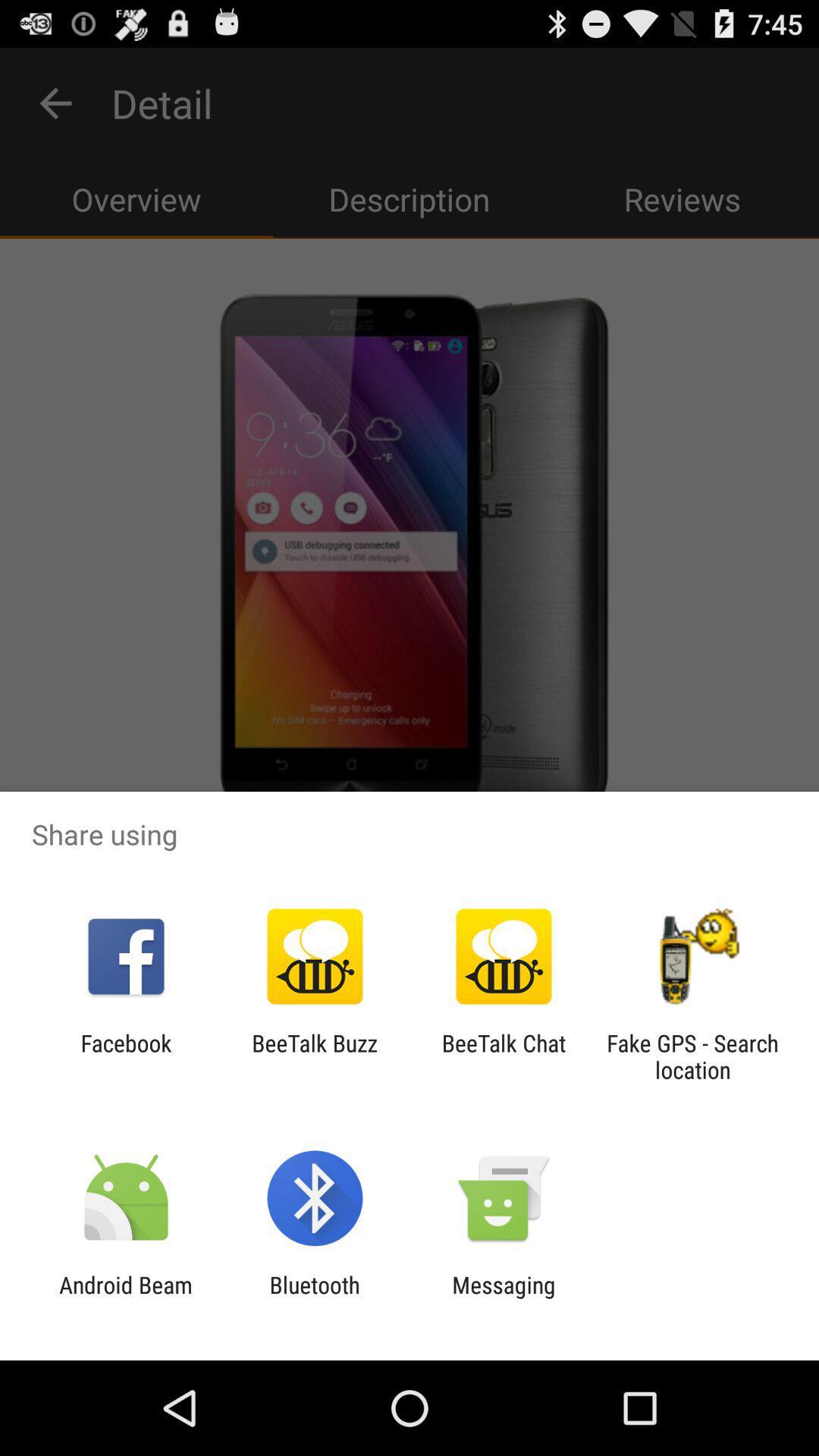 This screenshot has height=1456, width=819. Describe the element at coordinates (125, 1298) in the screenshot. I see `the android beam` at that location.